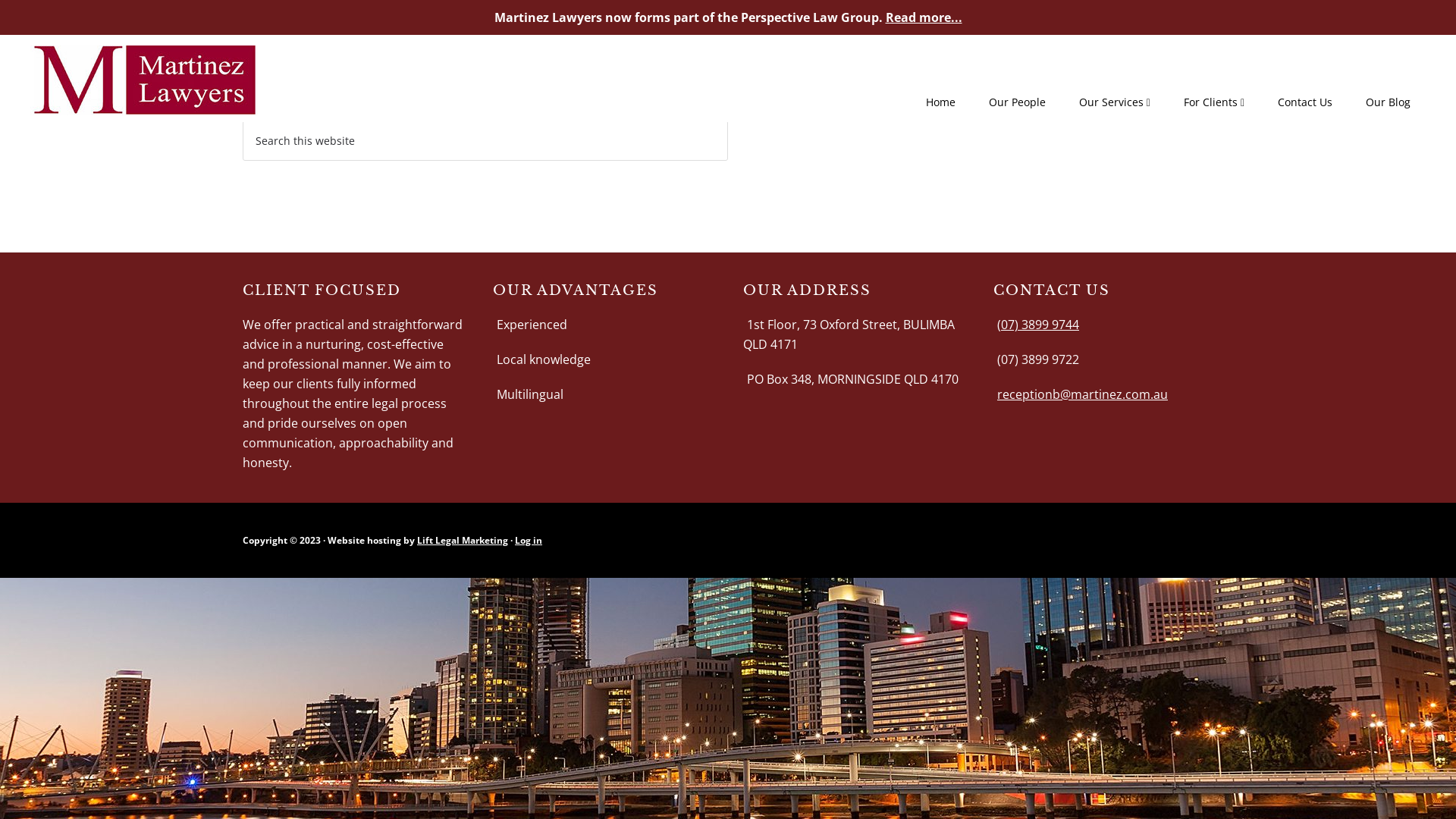  Describe the element at coordinates (1304, 102) in the screenshot. I see `'Contact Us'` at that location.